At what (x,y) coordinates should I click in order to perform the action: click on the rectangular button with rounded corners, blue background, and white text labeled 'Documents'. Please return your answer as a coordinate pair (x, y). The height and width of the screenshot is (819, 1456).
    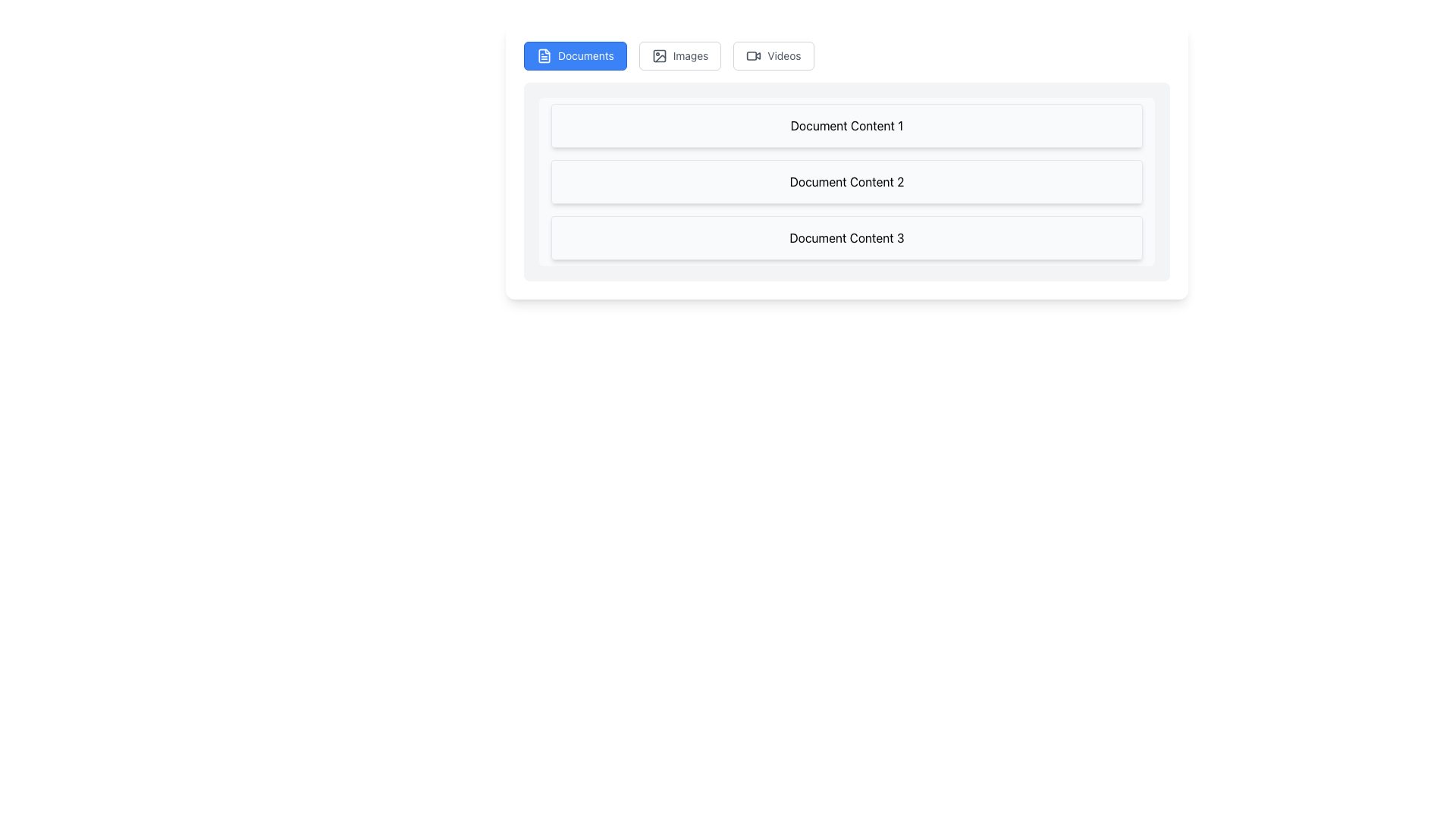
    Looking at the image, I should click on (574, 55).